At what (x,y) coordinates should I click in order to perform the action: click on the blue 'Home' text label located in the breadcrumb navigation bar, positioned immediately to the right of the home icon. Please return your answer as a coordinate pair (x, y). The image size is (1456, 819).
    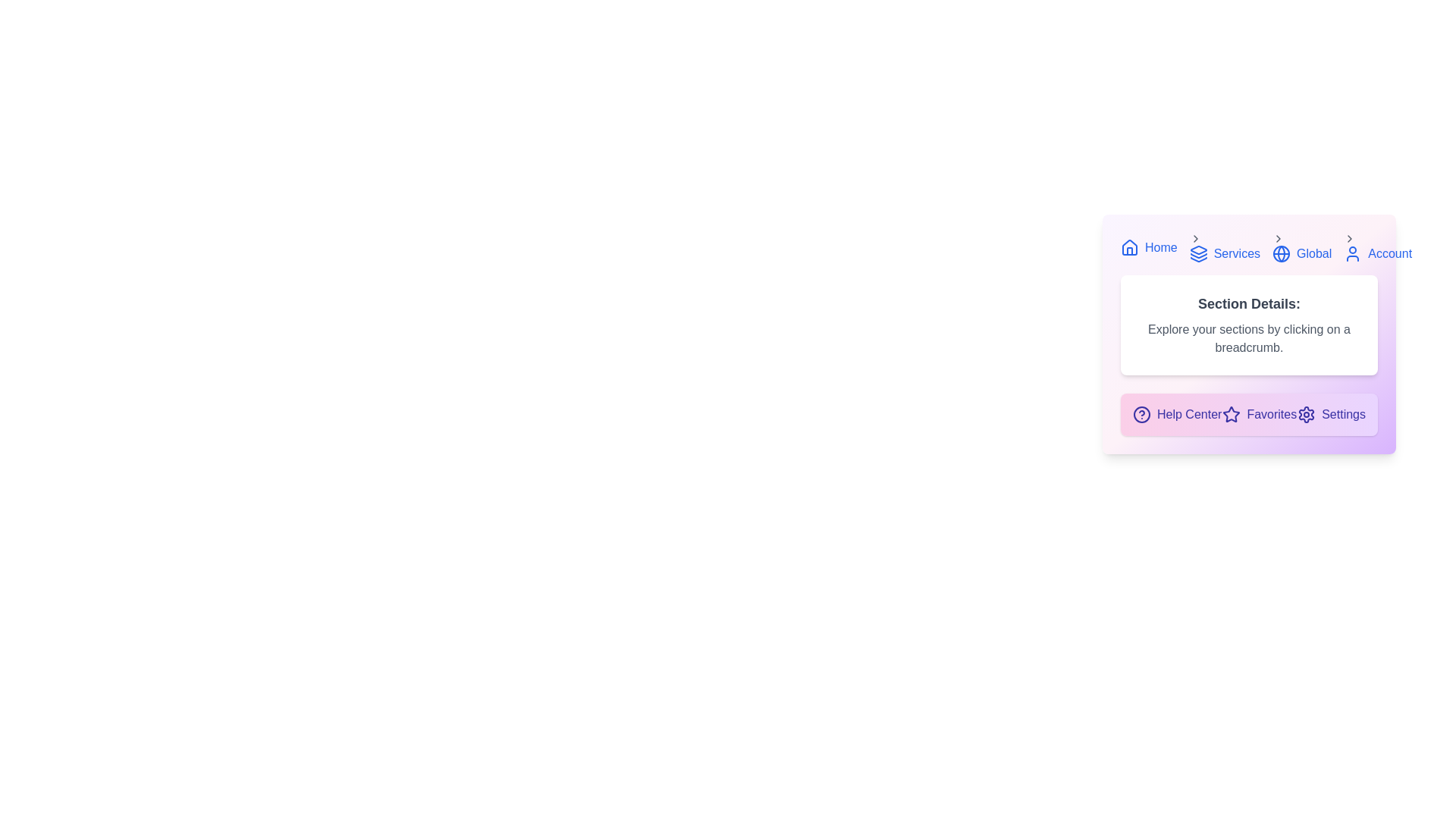
    Looking at the image, I should click on (1160, 247).